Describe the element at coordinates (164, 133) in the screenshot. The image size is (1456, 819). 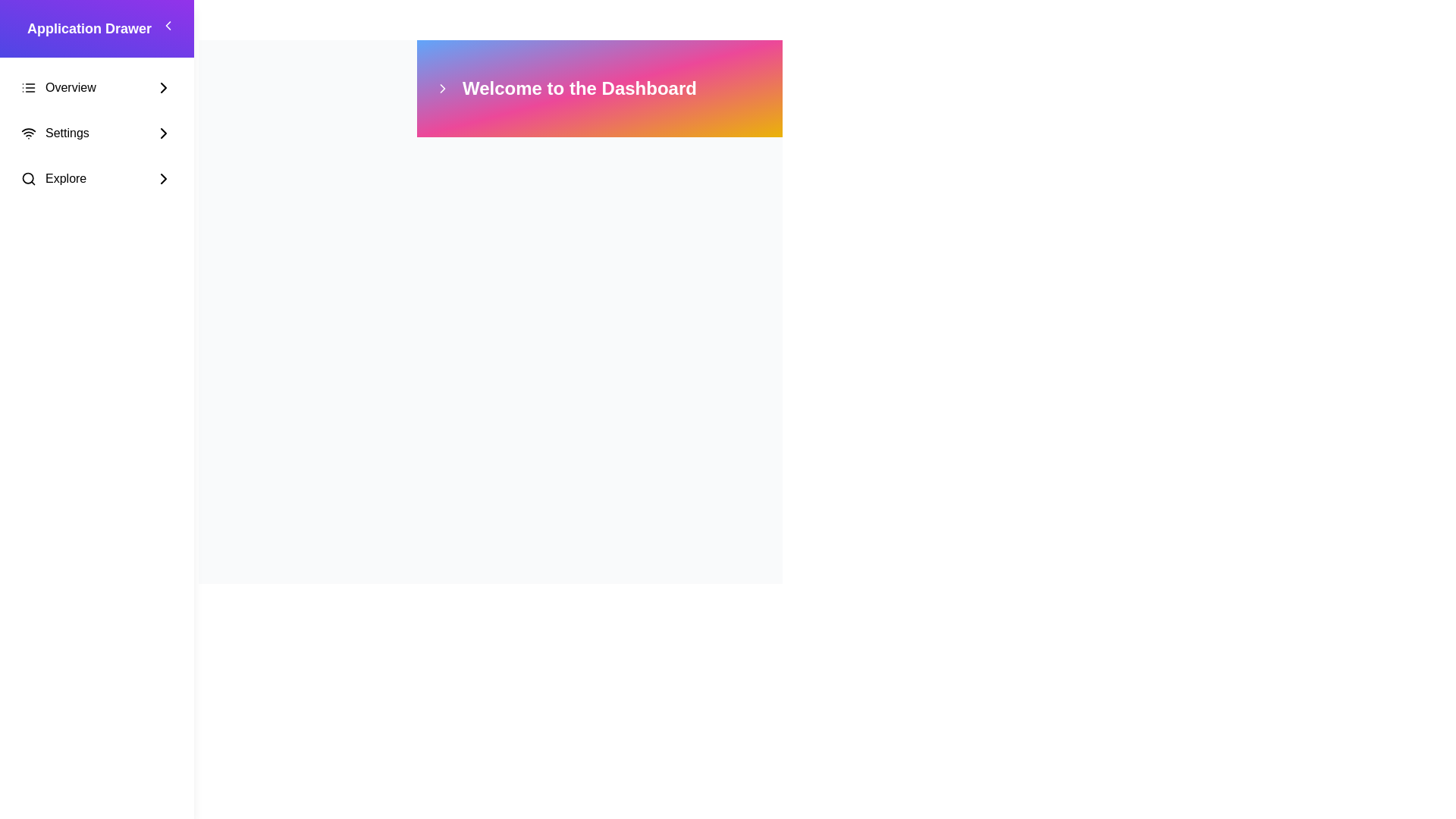
I see `the chevron icon pointing to the right, which is located adjacent to the 'Settings' label in the application drawer` at that location.